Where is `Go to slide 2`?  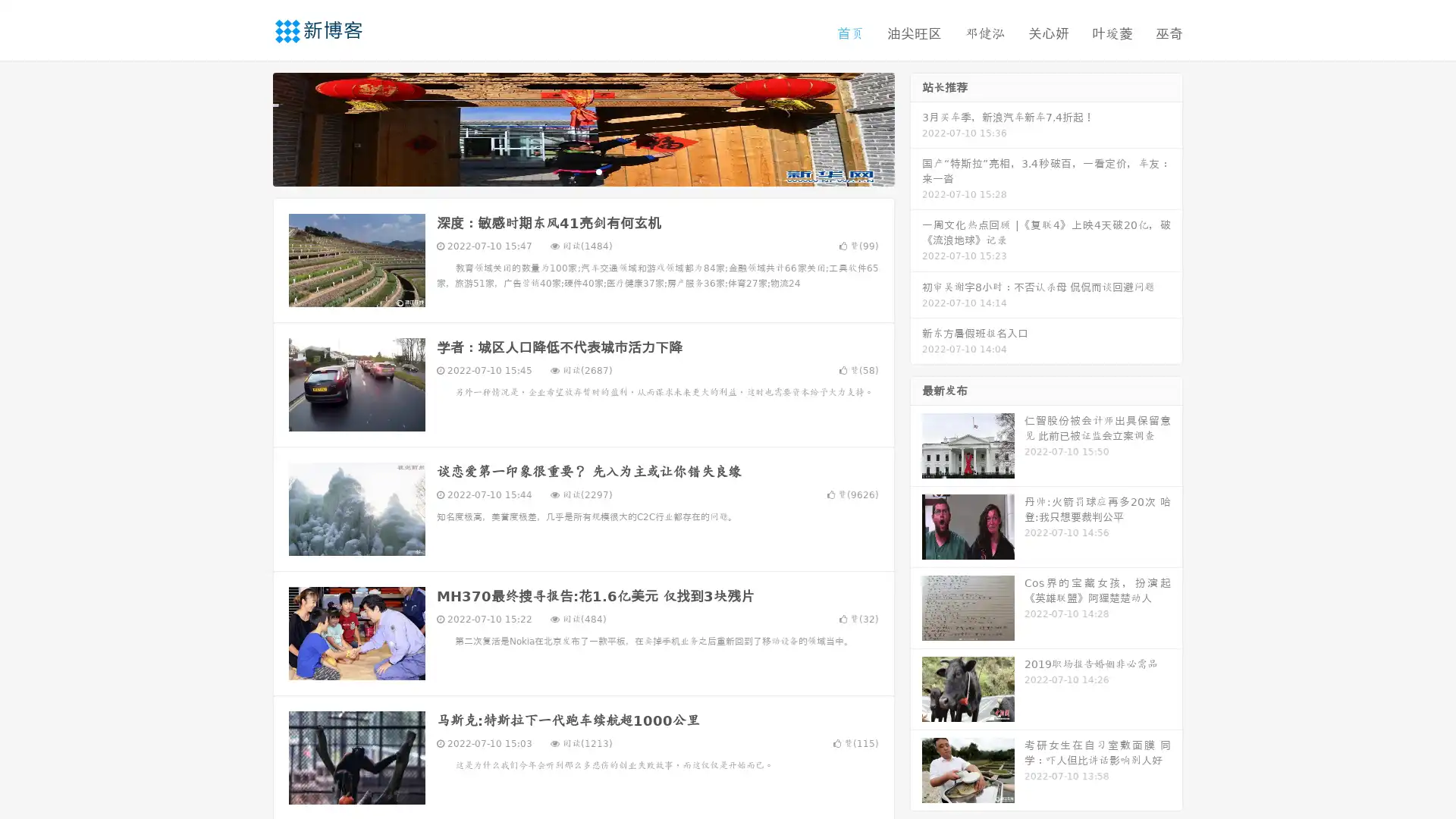
Go to slide 2 is located at coordinates (582, 171).